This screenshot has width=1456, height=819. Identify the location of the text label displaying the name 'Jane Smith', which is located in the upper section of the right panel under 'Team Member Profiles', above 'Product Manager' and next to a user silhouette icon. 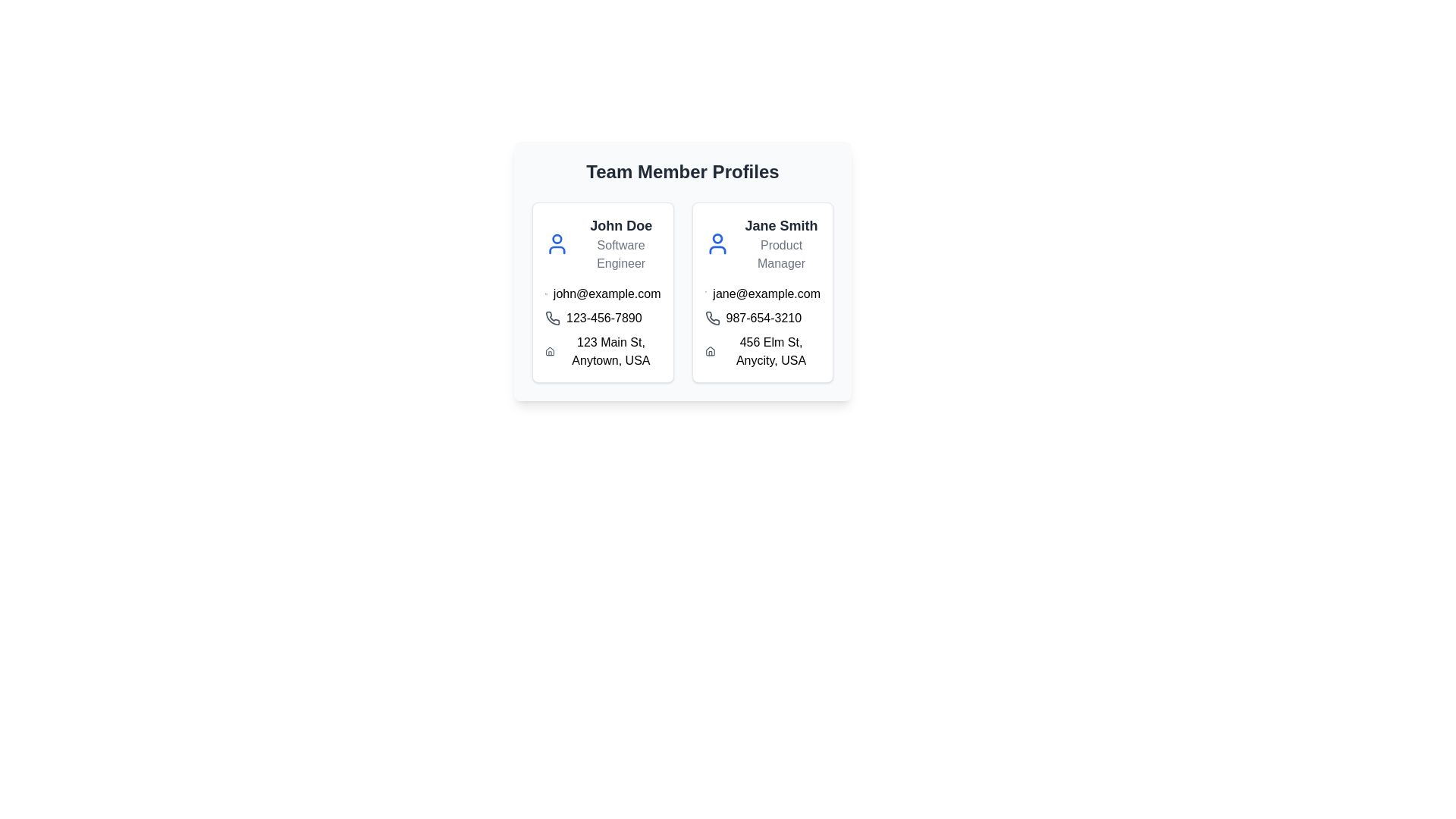
(781, 225).